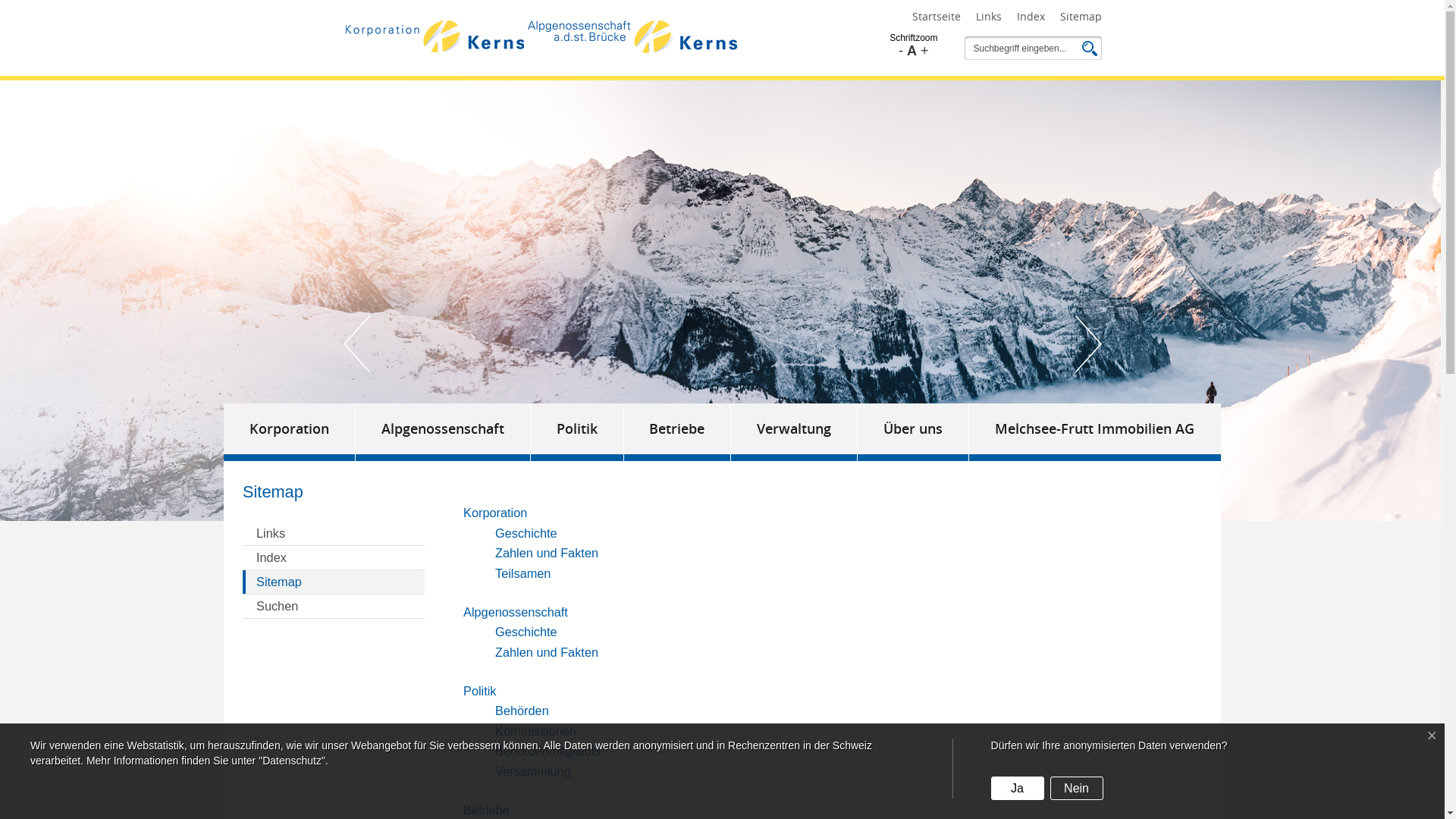  I want to click on 'Sitemap', so click(1080, 17).